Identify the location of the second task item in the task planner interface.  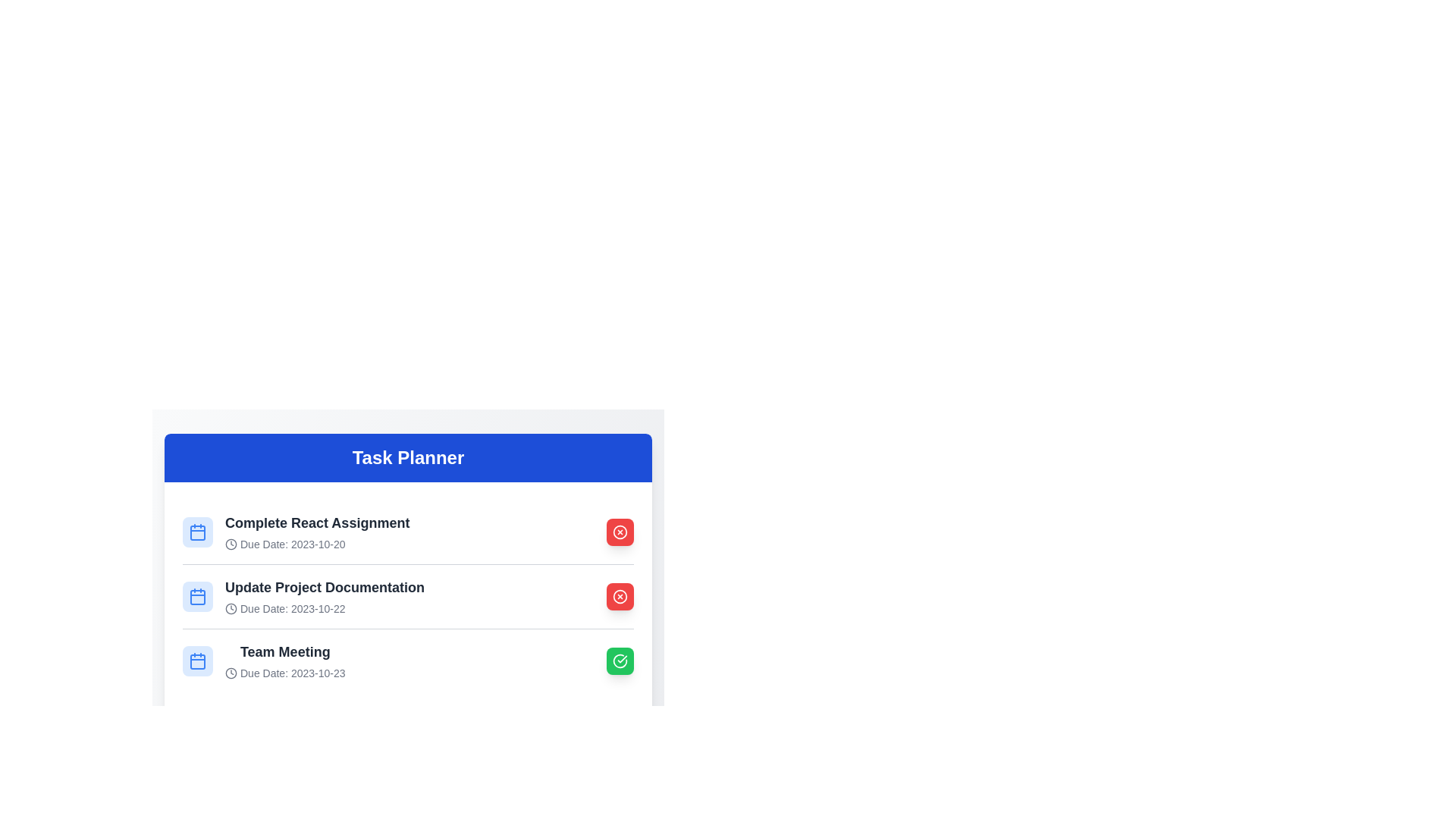
(408, 620).